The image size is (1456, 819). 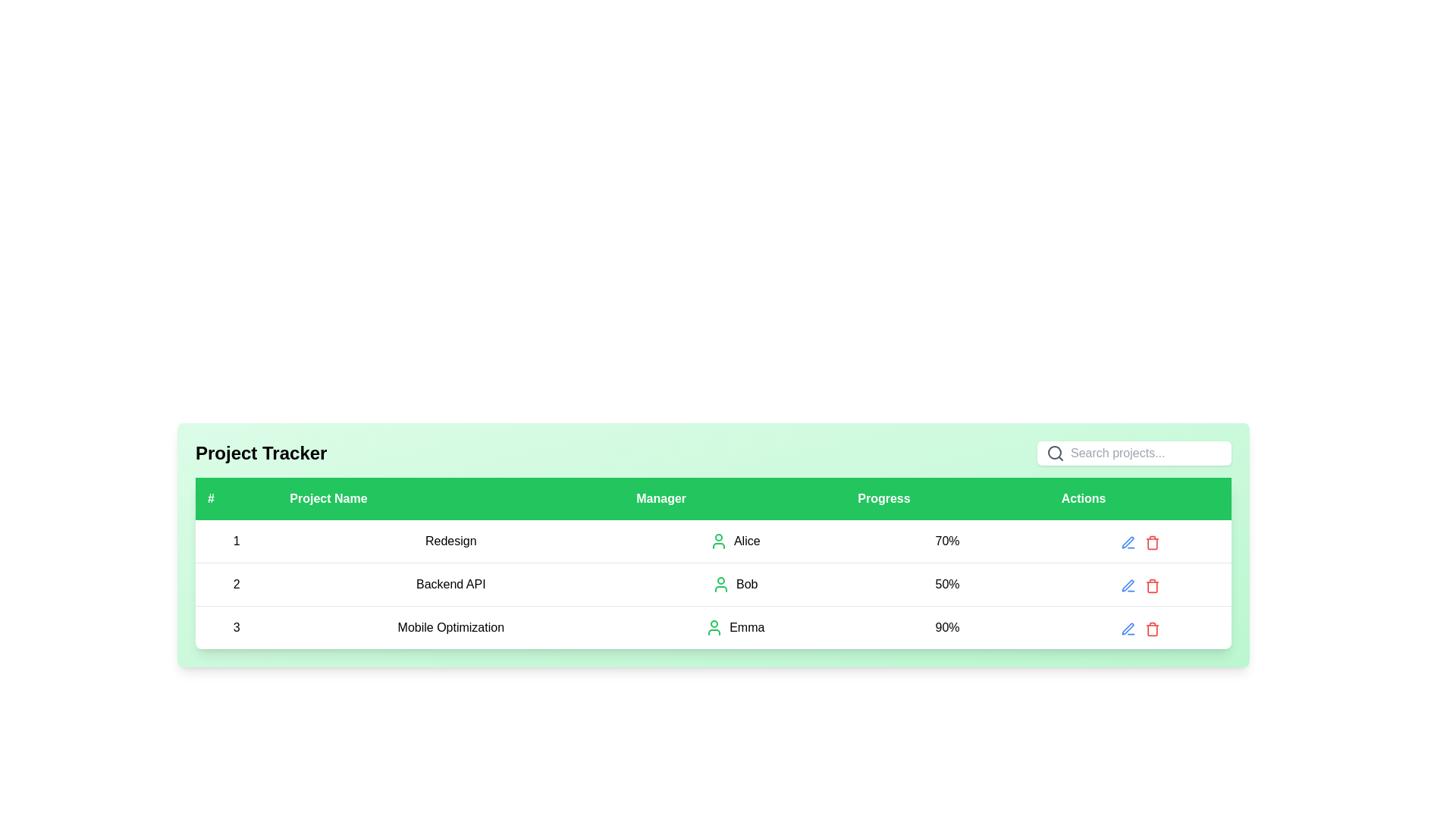 I want to click on the user avatar/icon representing the manager of the project located in the second row under the 'Manager' column, which is directly to the left of the name 'Bob', so click(x=720, y=584).